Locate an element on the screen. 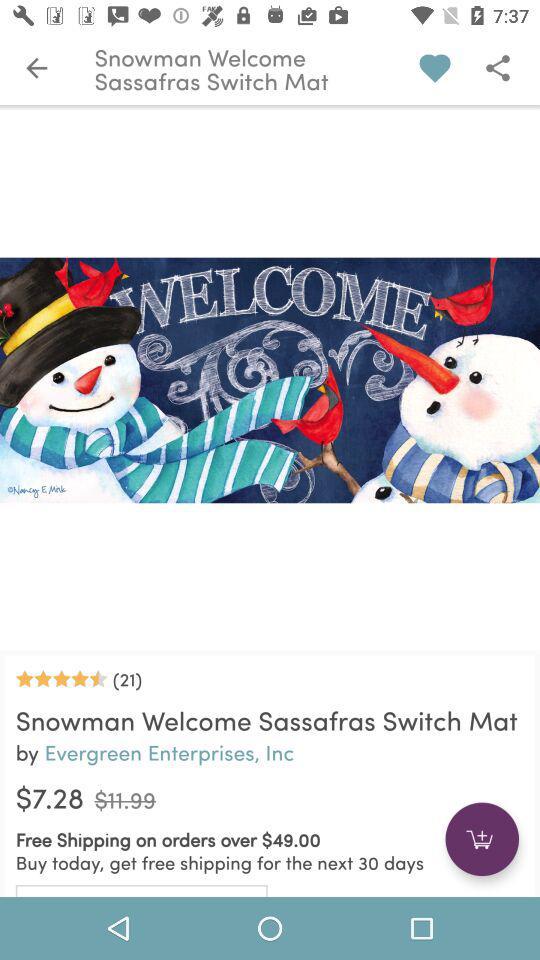 The width and height of the screenshot is (540, 960). the text below snowman welcome sassafras switch mat is located at coordinates (270, 750).